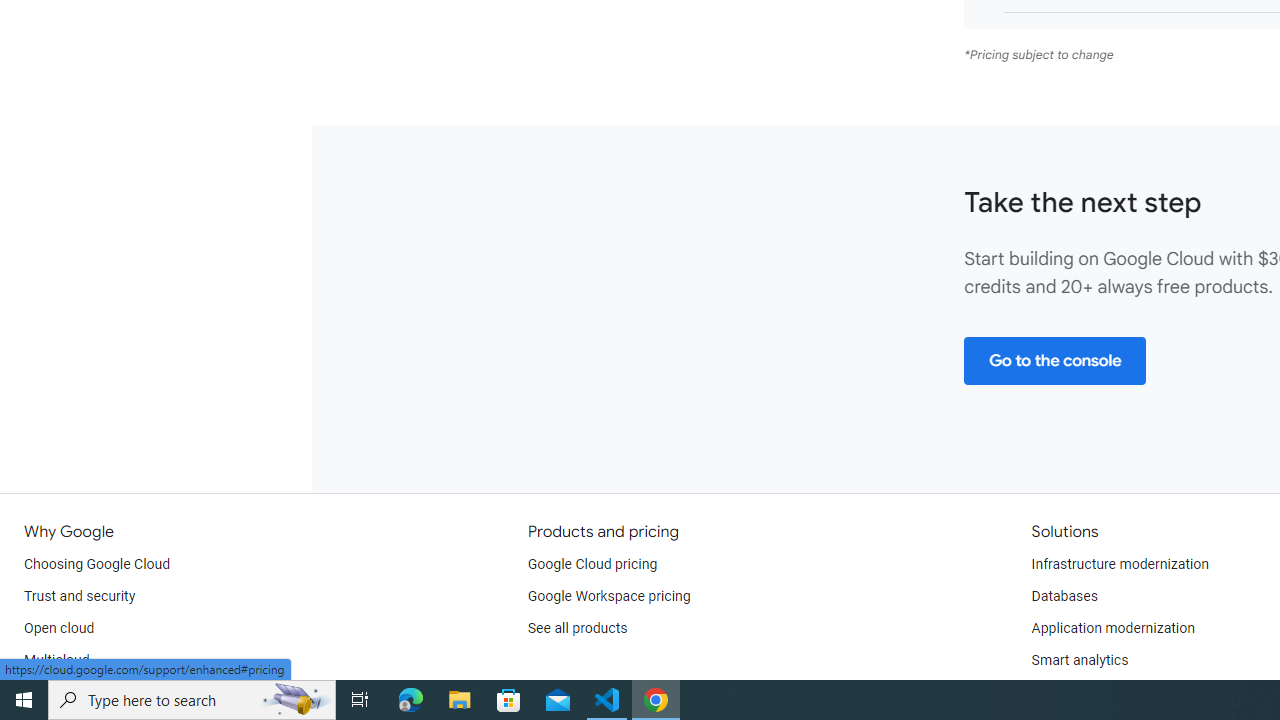 The width and height of the screenshot is (1280, 720). What do you see at coordinates (1111, 627) in the screenshot?
I see `'Application modernization'` at bounding box center [1111, 627].